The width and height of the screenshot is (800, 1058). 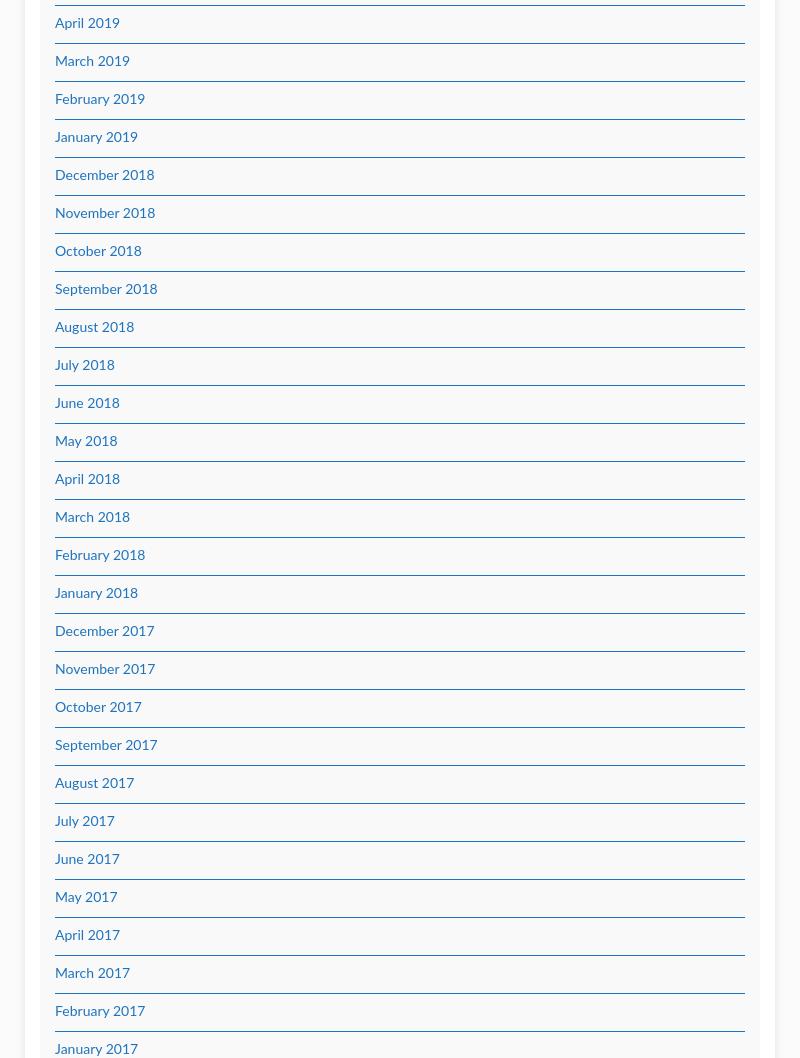 What do you see at coordinates (86, 898) in the screenshot?
I see `'May 2017'` at bounding box center [86, 898].